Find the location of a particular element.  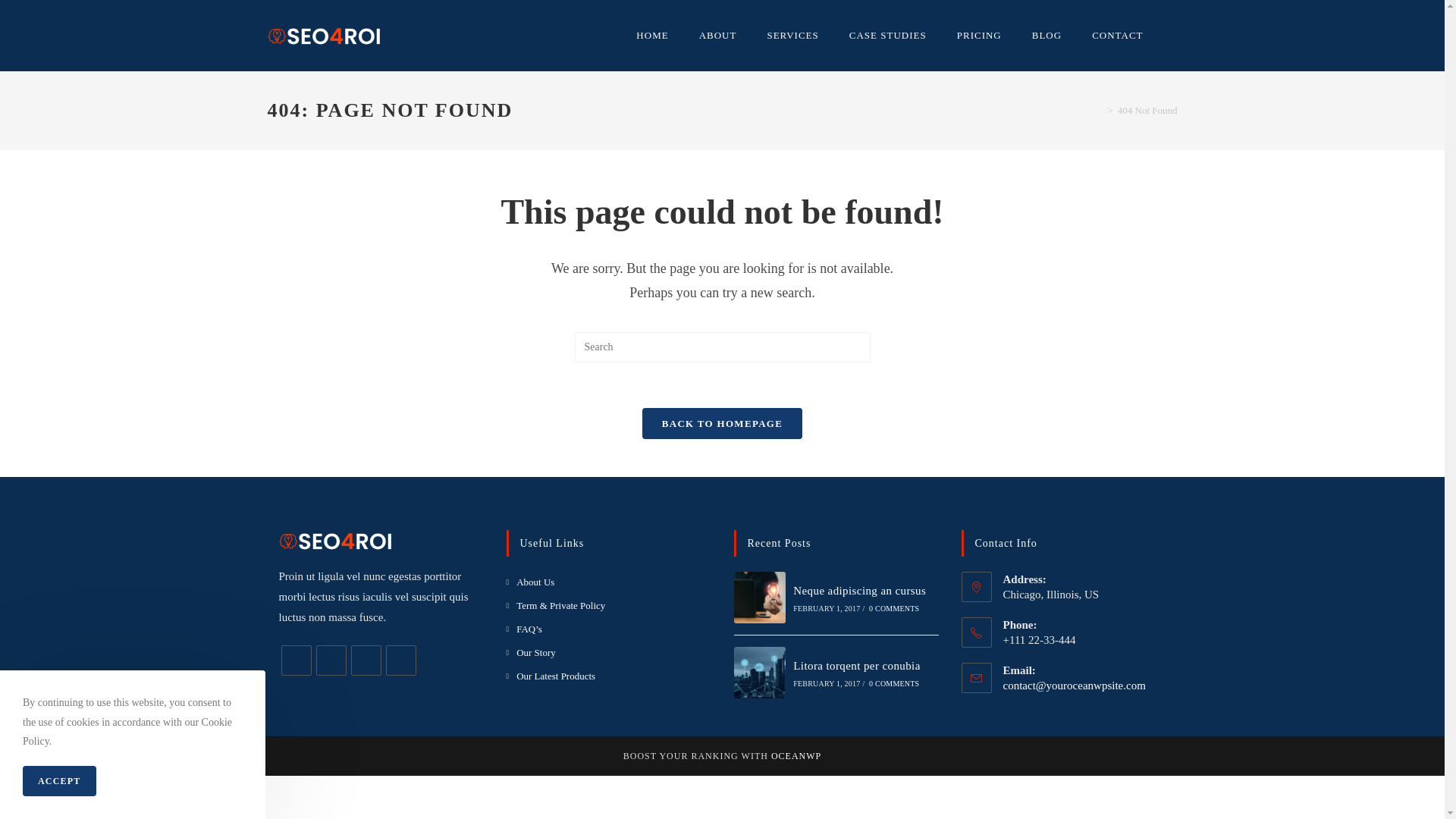

'Our Story' is located at coordinates (531, 651).